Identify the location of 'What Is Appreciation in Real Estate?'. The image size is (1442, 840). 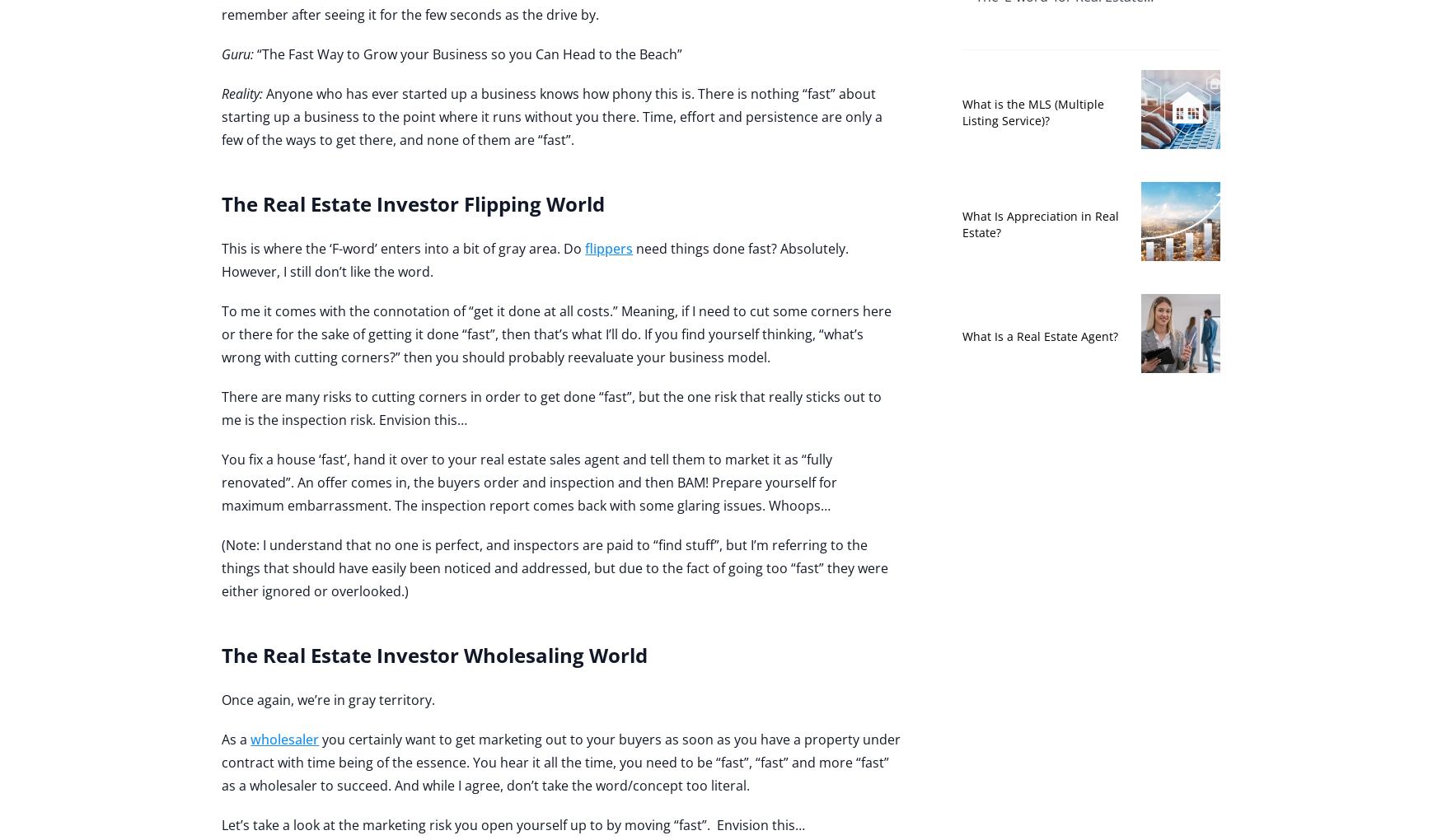
(1038, 222).